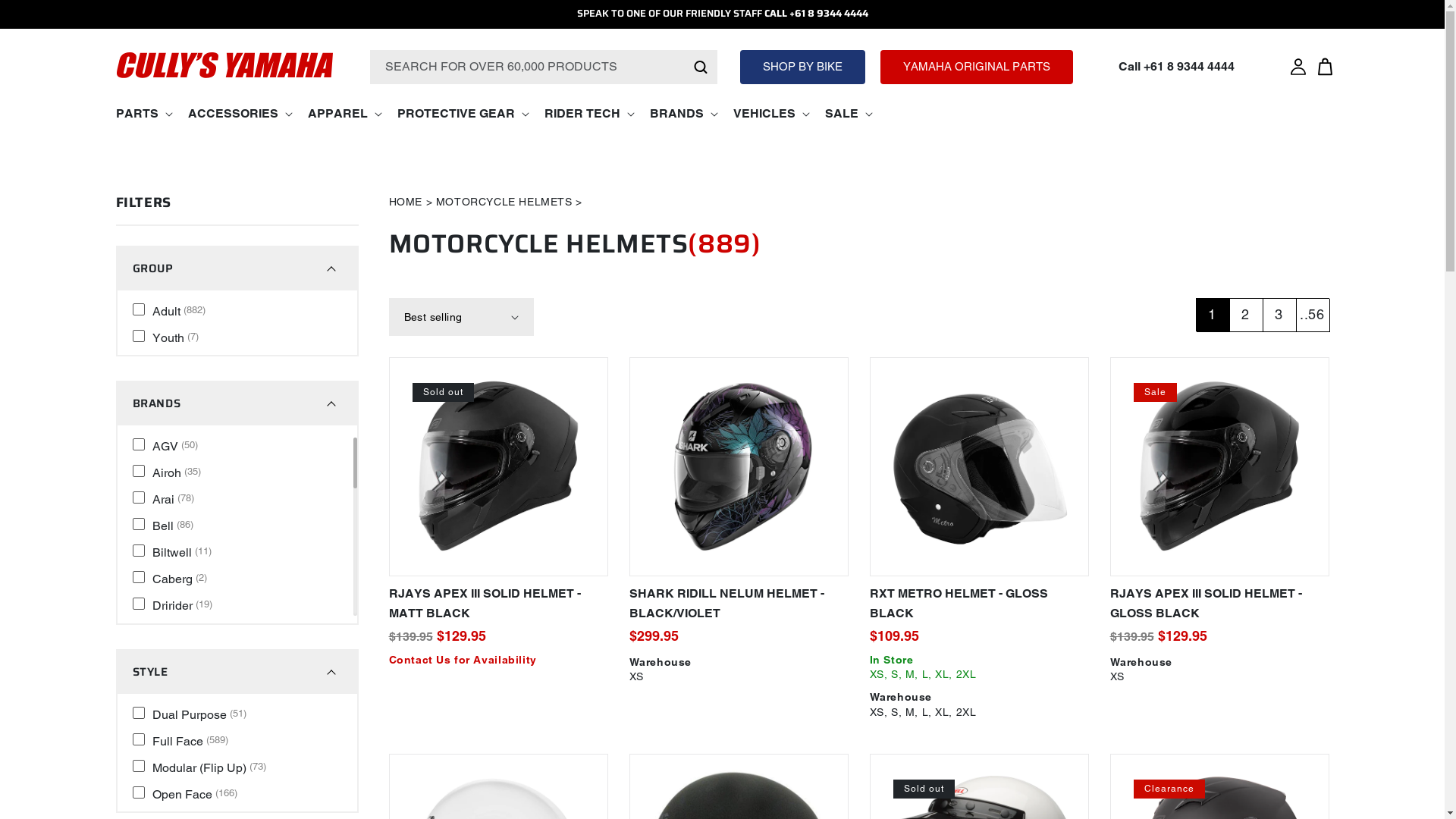 This screenshot has width=1456, height=819. Describe the element at coordinates (1277, 314) in the screenshot. I see `'3'` at that location.